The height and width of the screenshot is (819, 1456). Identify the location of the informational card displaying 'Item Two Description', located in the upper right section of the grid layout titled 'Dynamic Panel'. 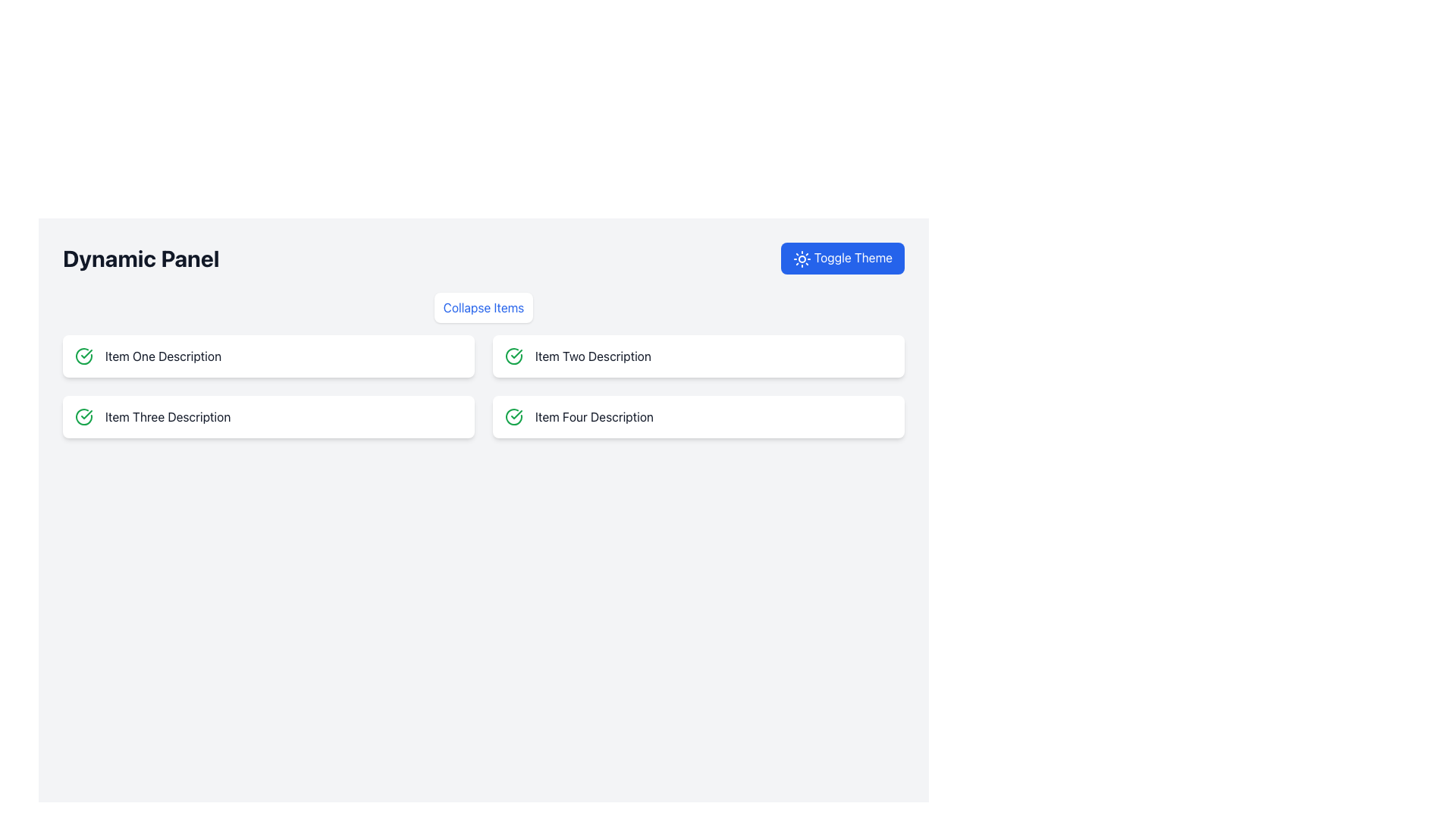
(698, 356).